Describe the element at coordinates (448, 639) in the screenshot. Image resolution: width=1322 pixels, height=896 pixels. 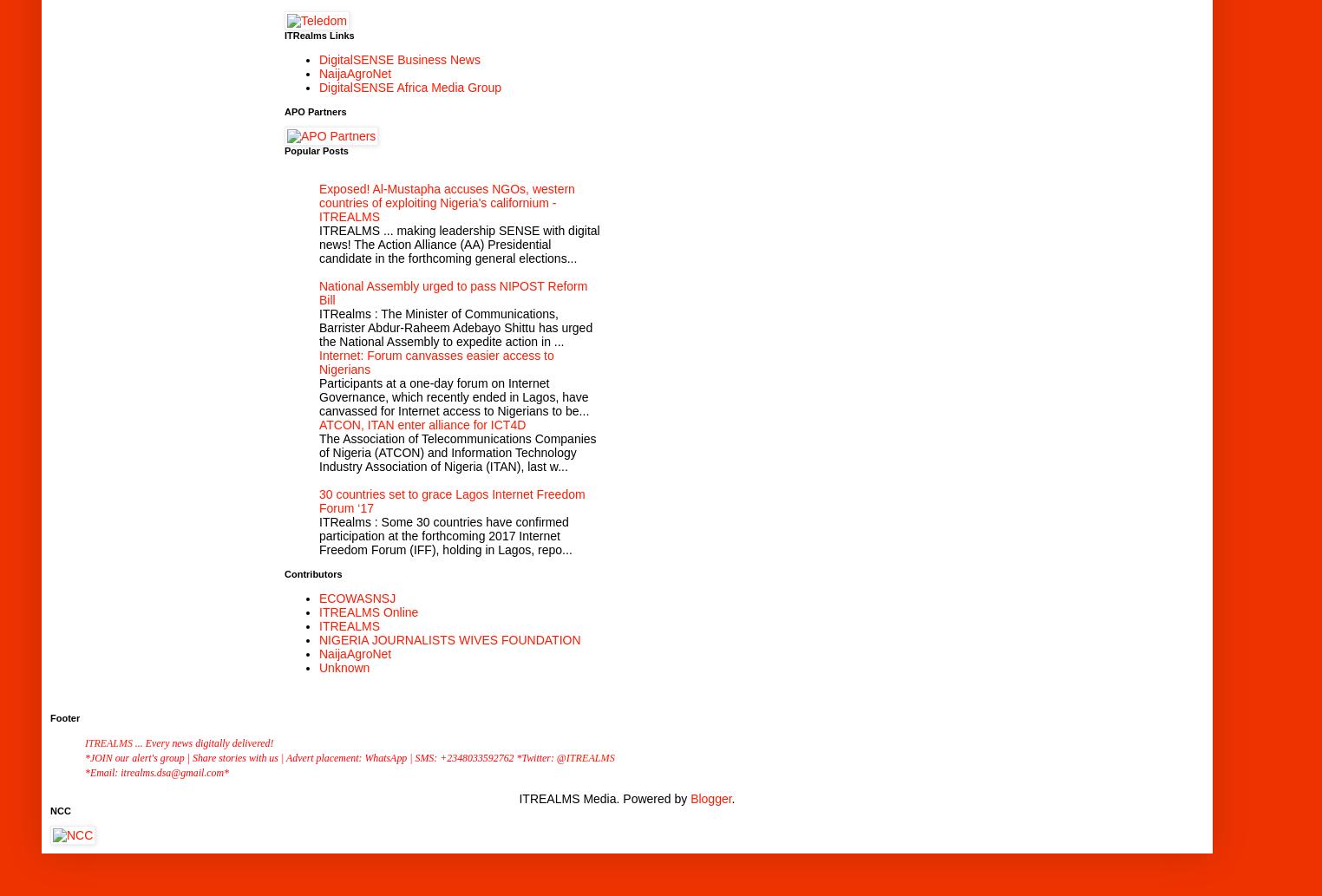
I see `'NIGERIA JOURNALISTS WIVES FOUNDATION'` at that location.